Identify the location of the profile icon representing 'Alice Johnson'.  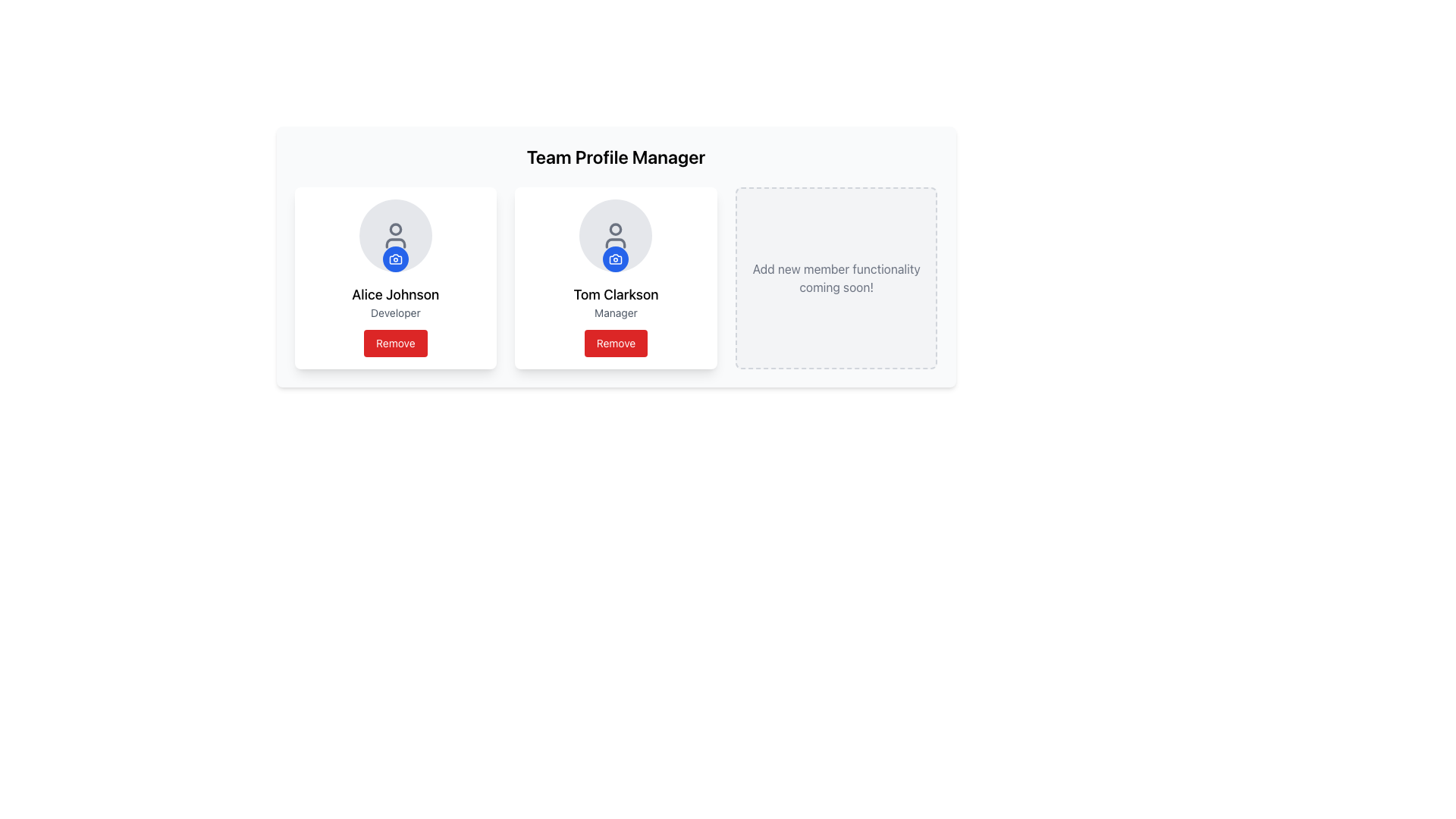
(395, 236).